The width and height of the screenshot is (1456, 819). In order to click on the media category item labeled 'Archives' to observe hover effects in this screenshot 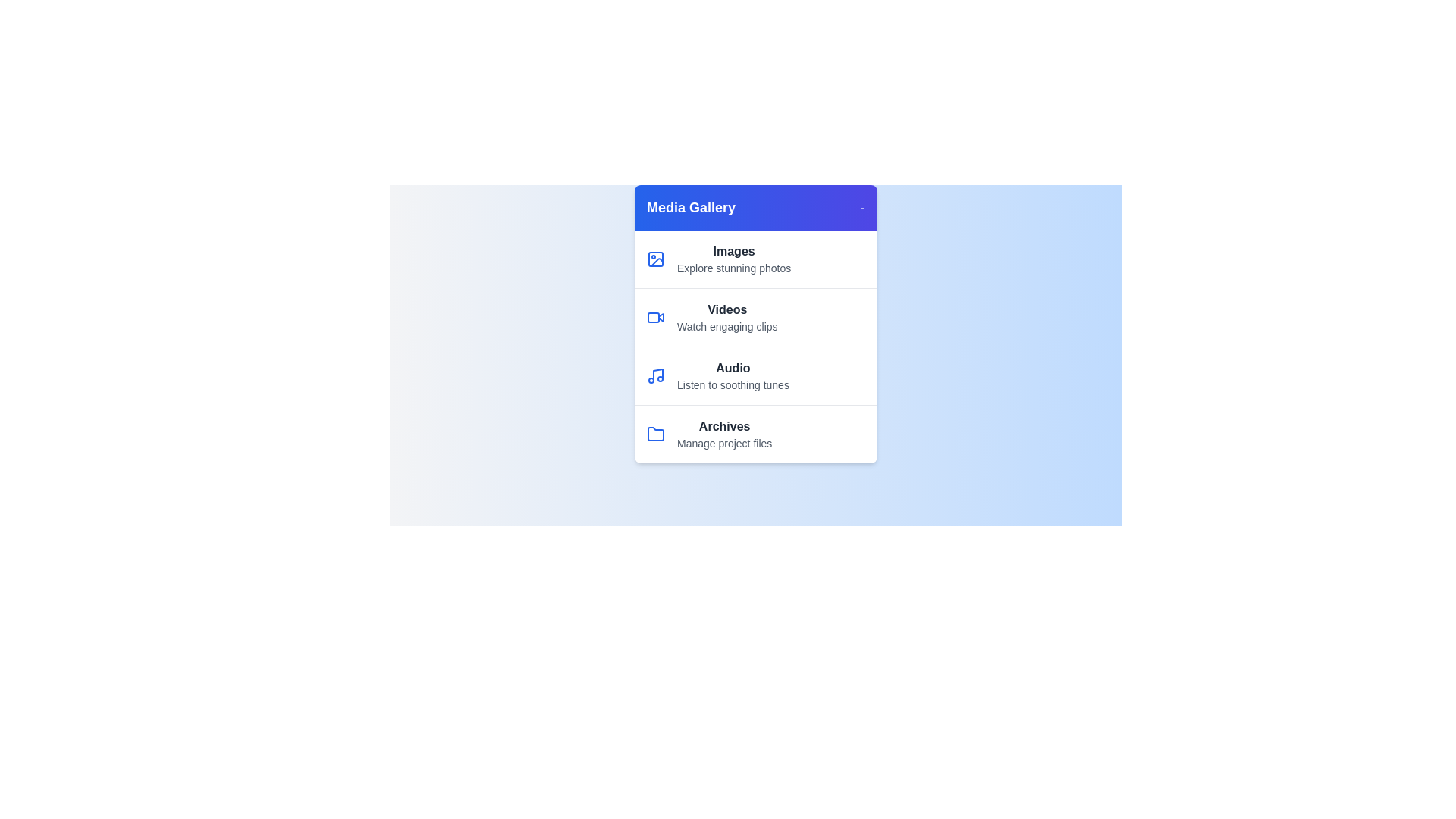, I will do `click(756, 434)`.